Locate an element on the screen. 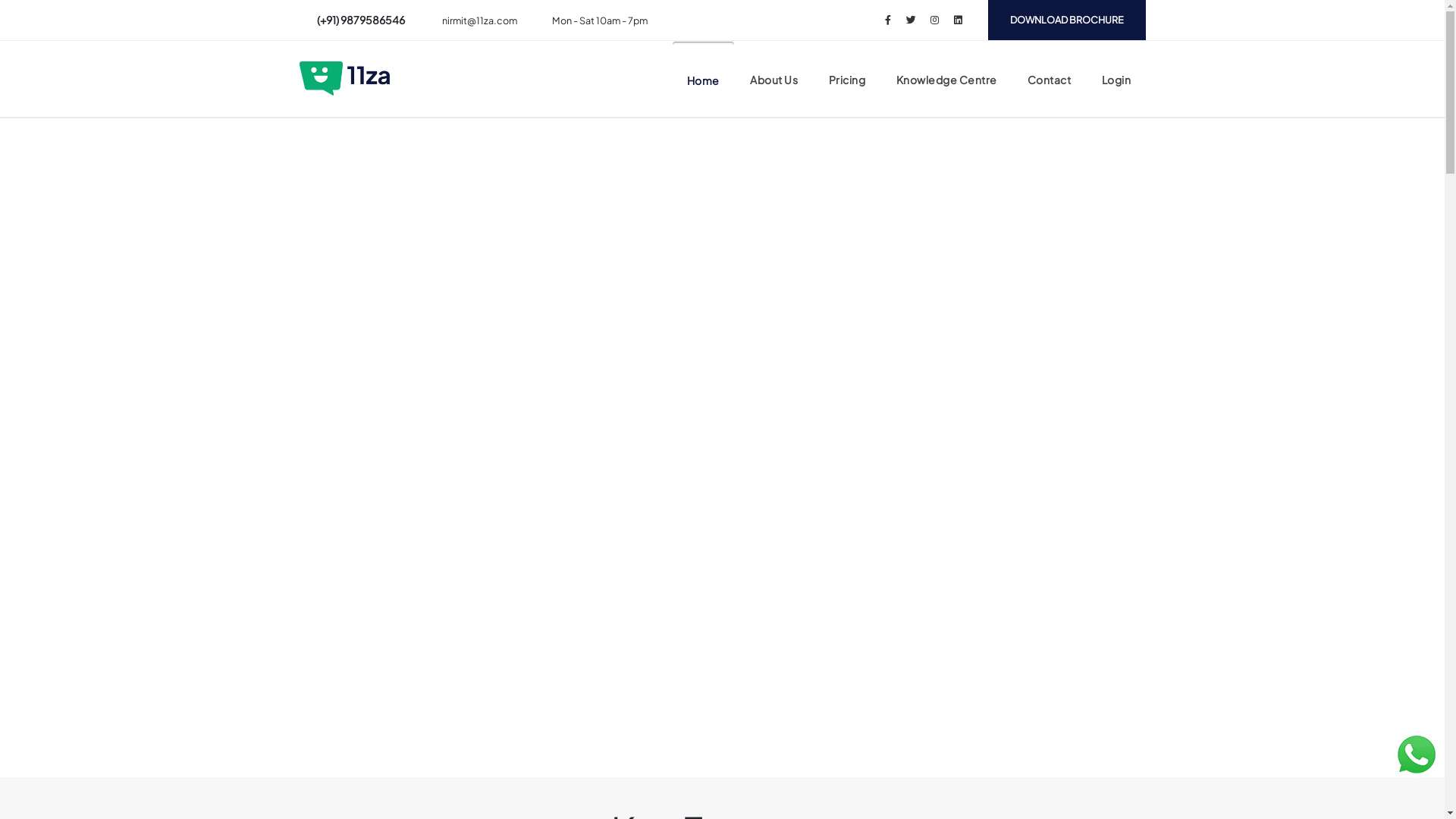 The width and height of the screenshot is (1456, 819). 'About Us' is located at coordinates (773, 79).